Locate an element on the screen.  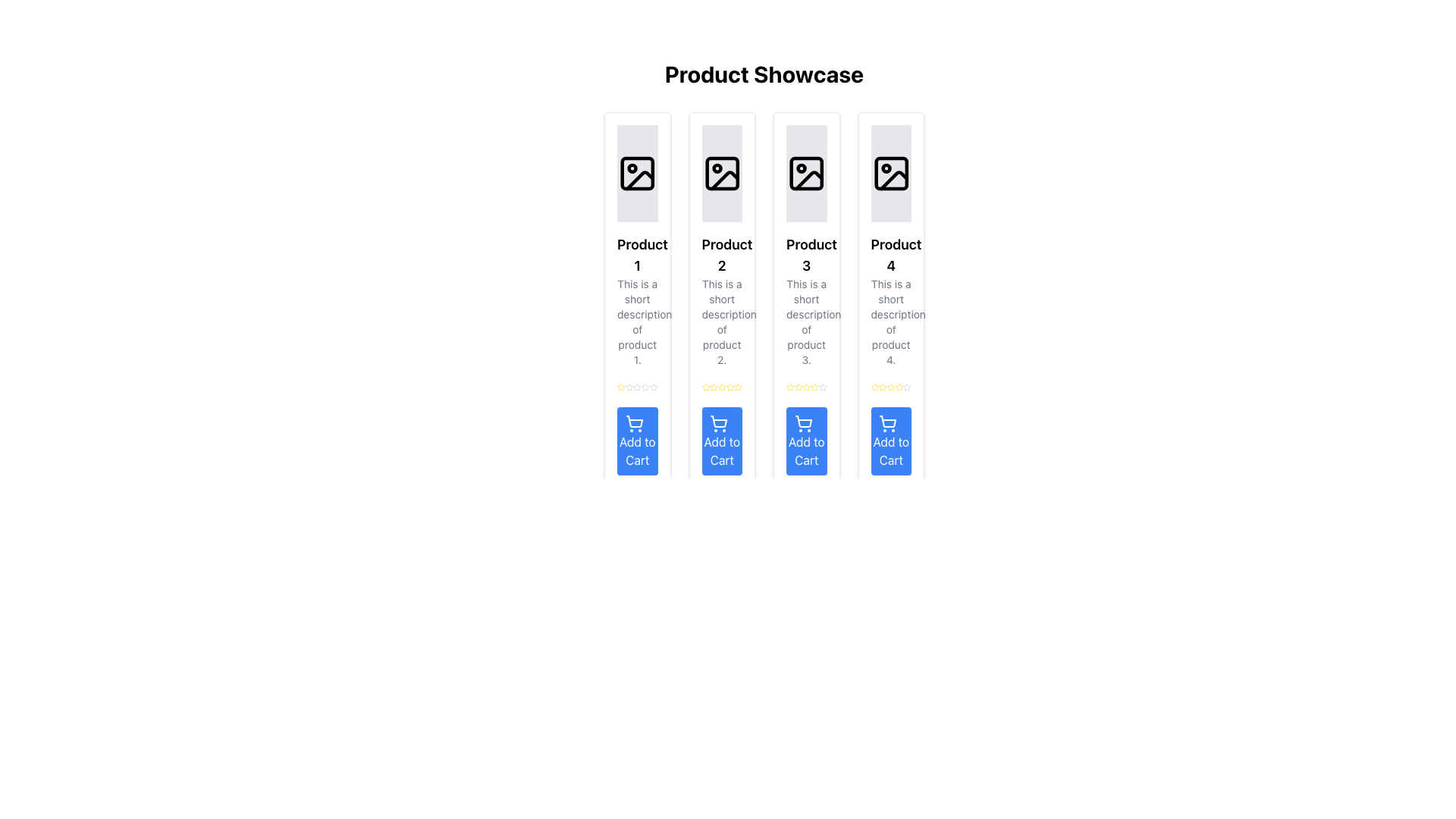
the first yellow star-shaped icon in the row of five stars below the product description of the first product card is located at coordinates (621, 386).